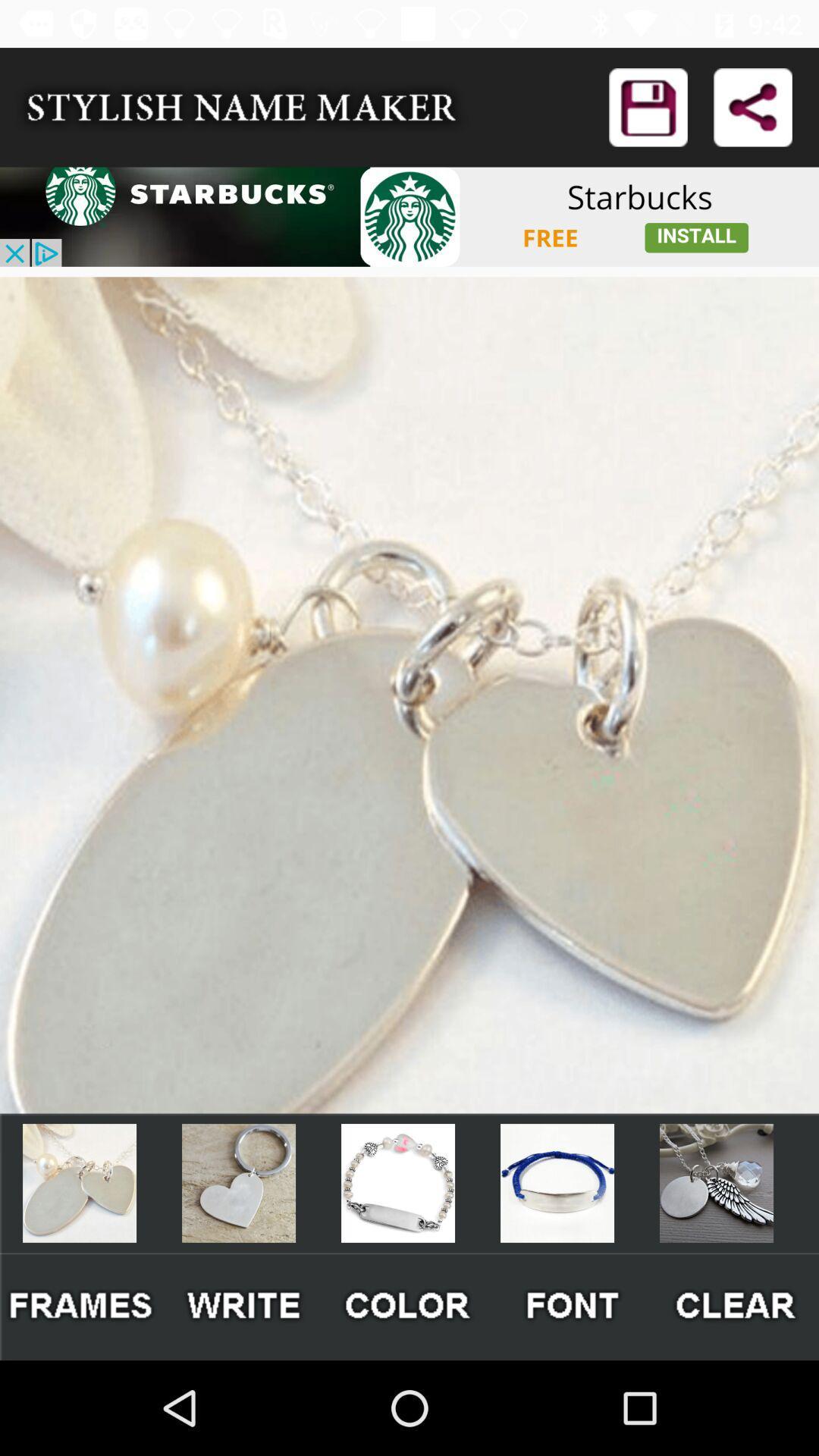  What do you see at coordinates (573, 1306) in the screenshot?
I see `font checking` at bounding box center [573, 1306].